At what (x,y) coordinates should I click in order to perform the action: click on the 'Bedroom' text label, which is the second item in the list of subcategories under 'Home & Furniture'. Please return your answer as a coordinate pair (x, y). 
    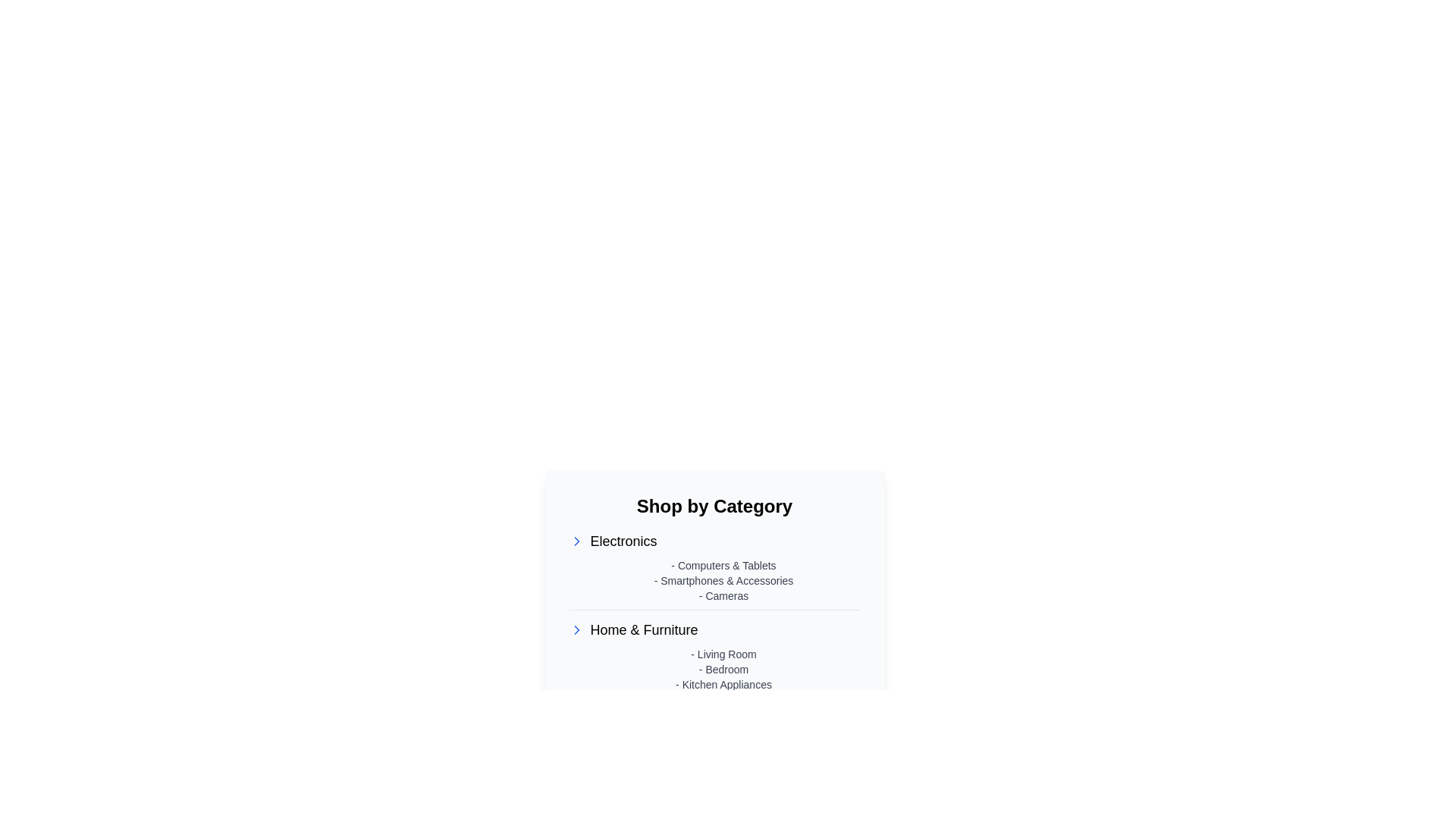
    Looking at the image, I should click on (723, 669).